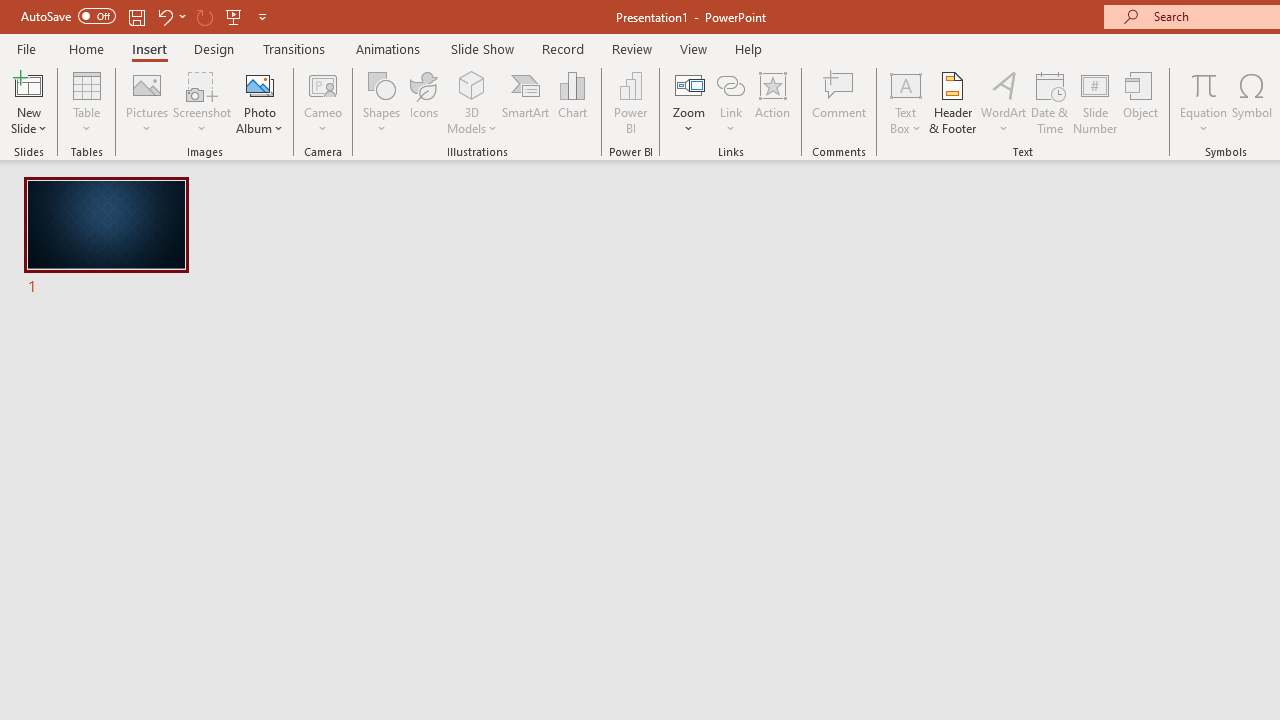 The image size is (1280, 720). I want to click on 'Table', so click(86, 103).